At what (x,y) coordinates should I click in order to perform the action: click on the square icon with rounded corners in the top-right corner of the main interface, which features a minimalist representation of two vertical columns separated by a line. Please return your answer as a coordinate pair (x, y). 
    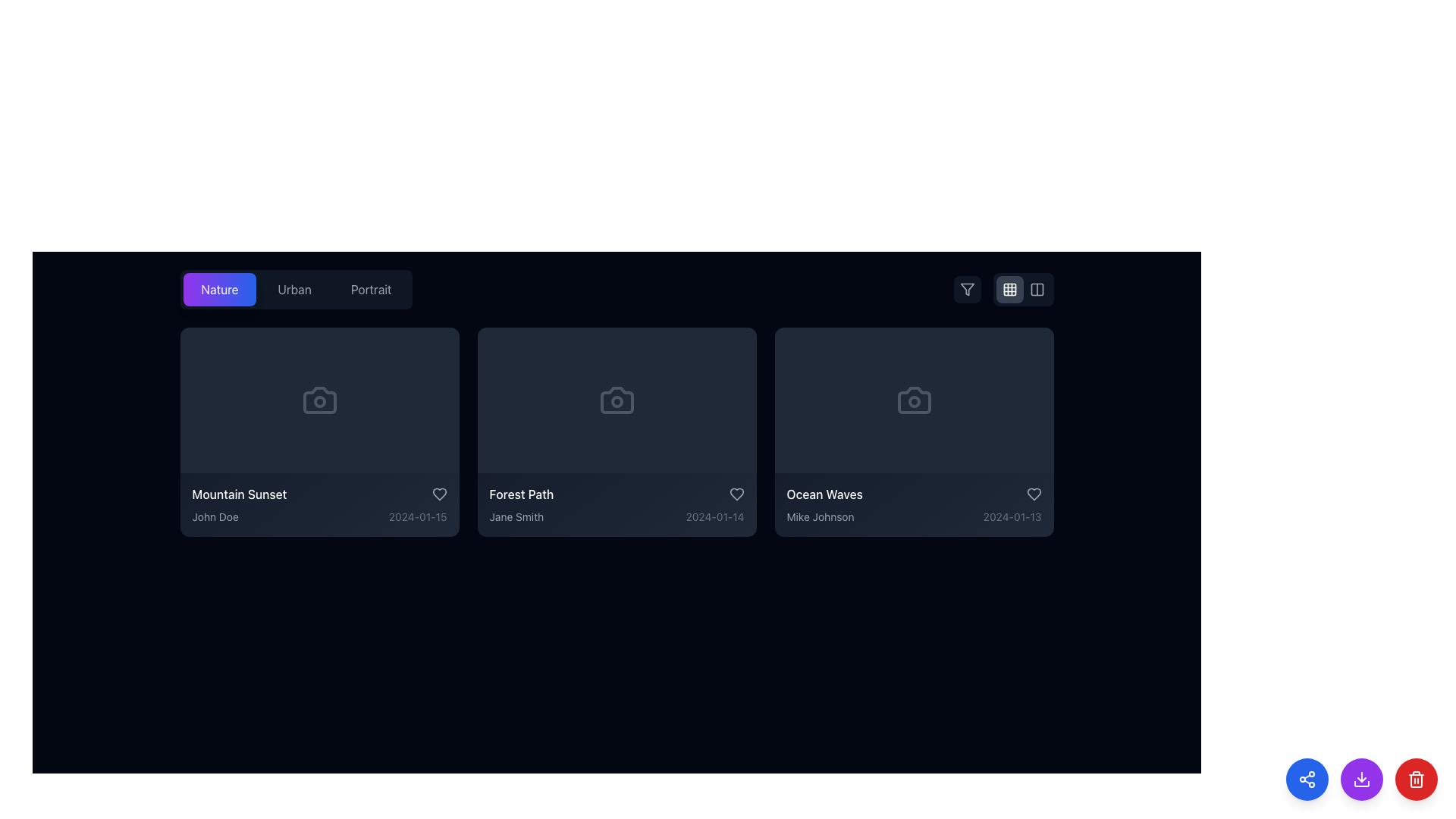
    Looking at the image, I should click on (1036, 289).